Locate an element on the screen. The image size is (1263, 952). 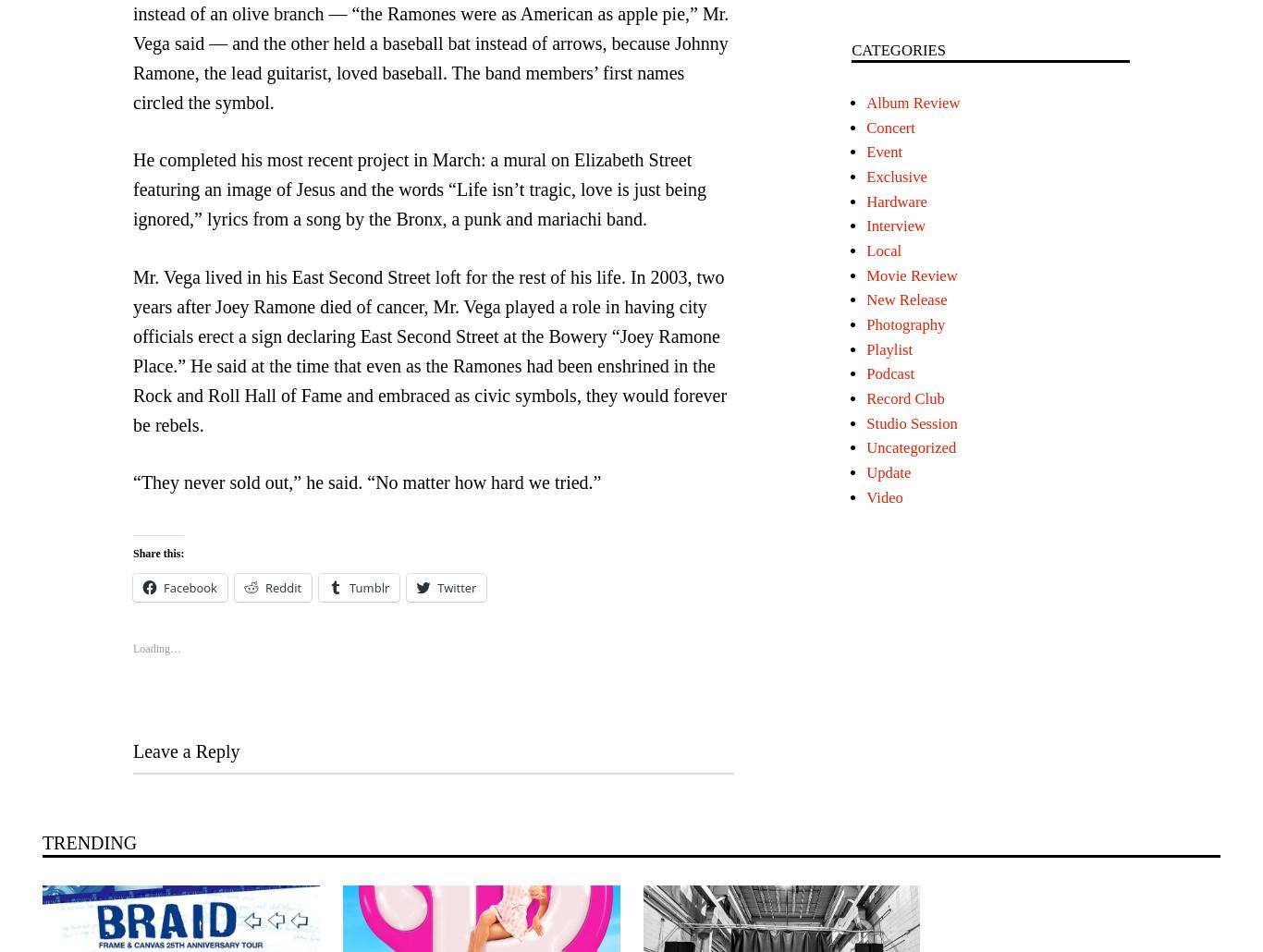
'Update' is located at coordinates (888, 471).